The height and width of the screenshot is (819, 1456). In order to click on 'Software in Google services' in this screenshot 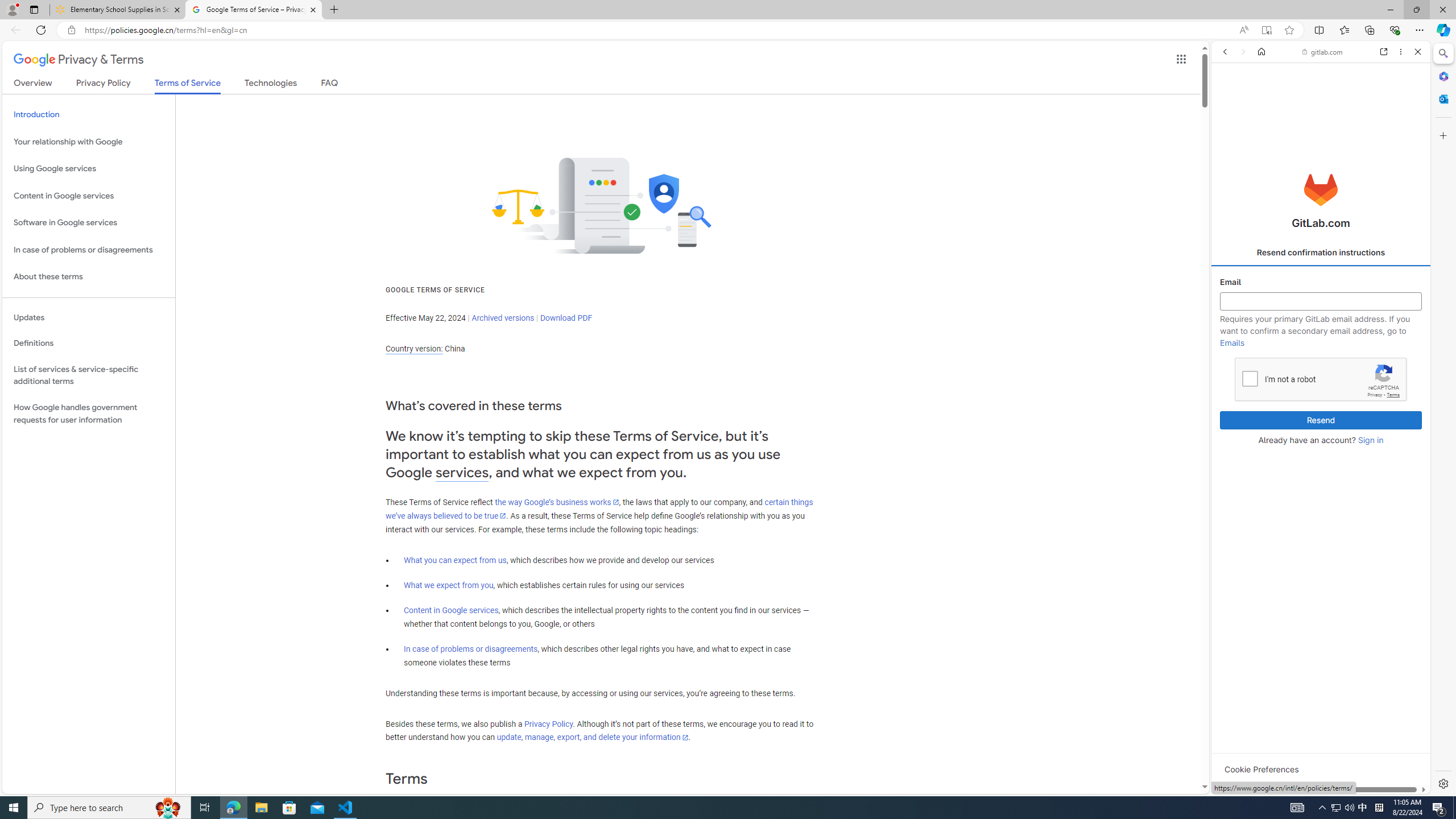, I will do `click(88, 222)`.